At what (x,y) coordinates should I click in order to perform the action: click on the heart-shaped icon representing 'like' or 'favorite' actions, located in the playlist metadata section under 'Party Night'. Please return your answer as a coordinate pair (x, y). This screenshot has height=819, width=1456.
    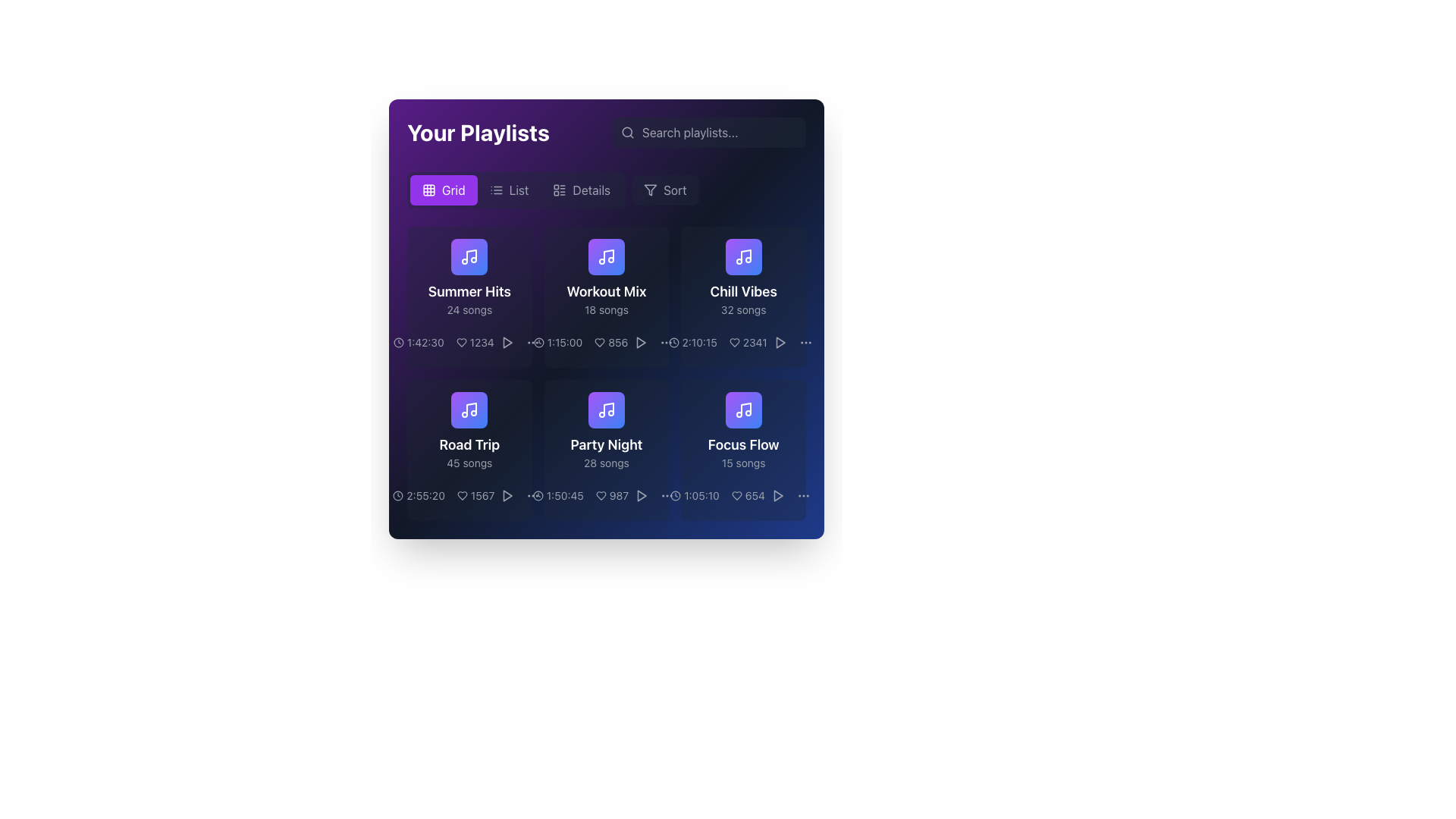
    Looking at the image, I should click on (600, 496).